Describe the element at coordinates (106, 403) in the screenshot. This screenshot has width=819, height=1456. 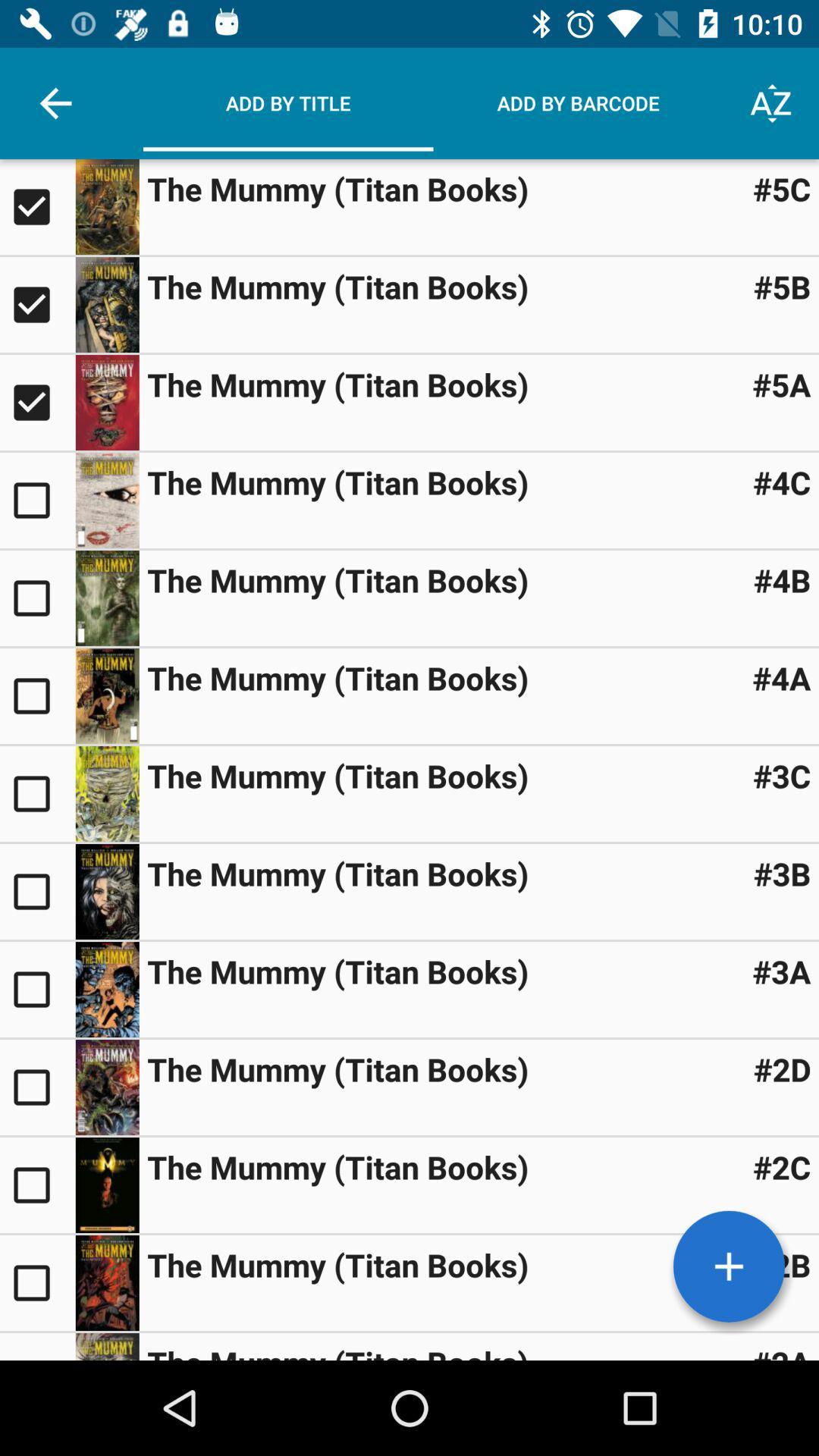
I see `photo` at that location.